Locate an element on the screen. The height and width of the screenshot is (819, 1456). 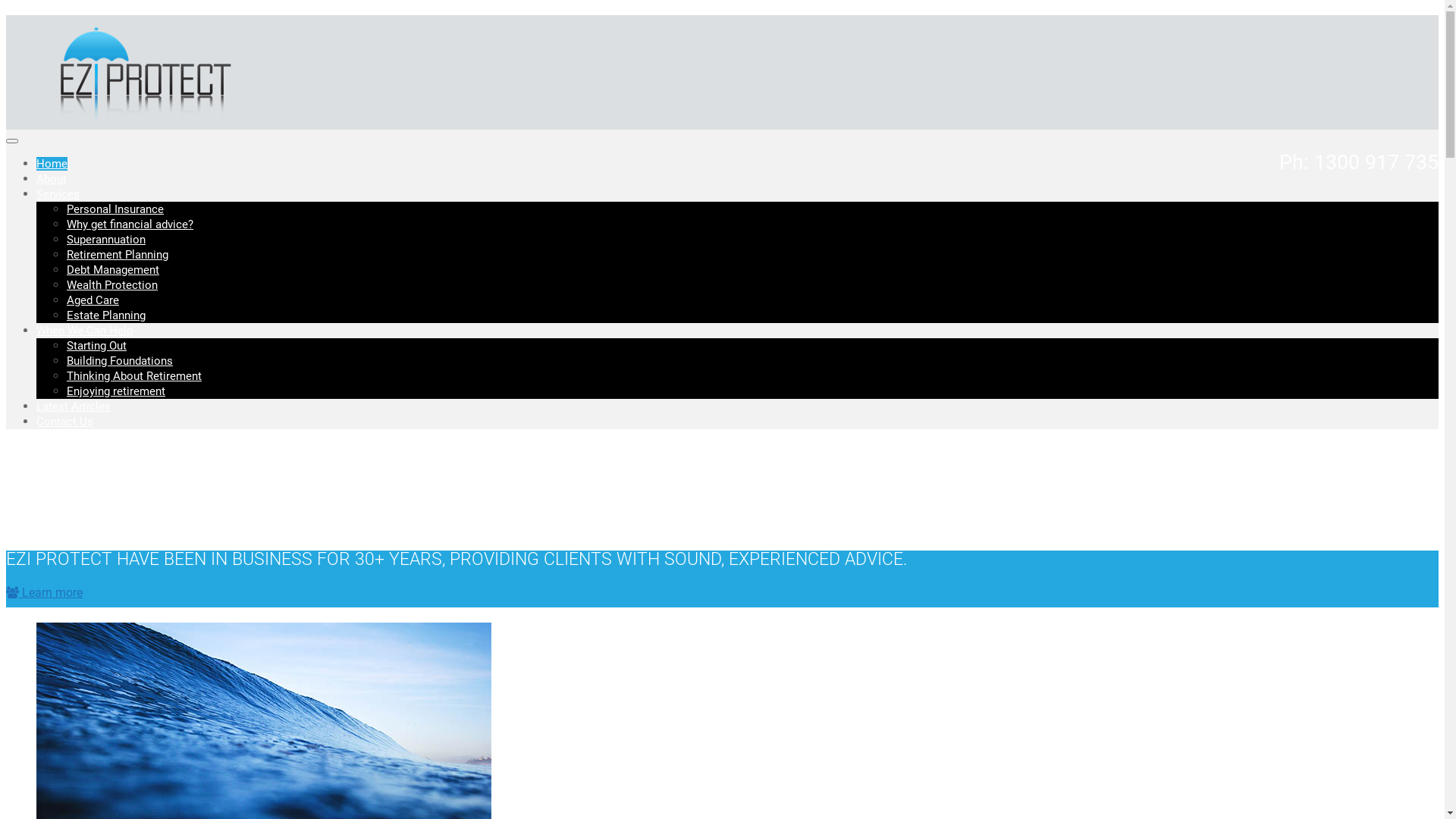
'About' is located at coordinates (51, 177).